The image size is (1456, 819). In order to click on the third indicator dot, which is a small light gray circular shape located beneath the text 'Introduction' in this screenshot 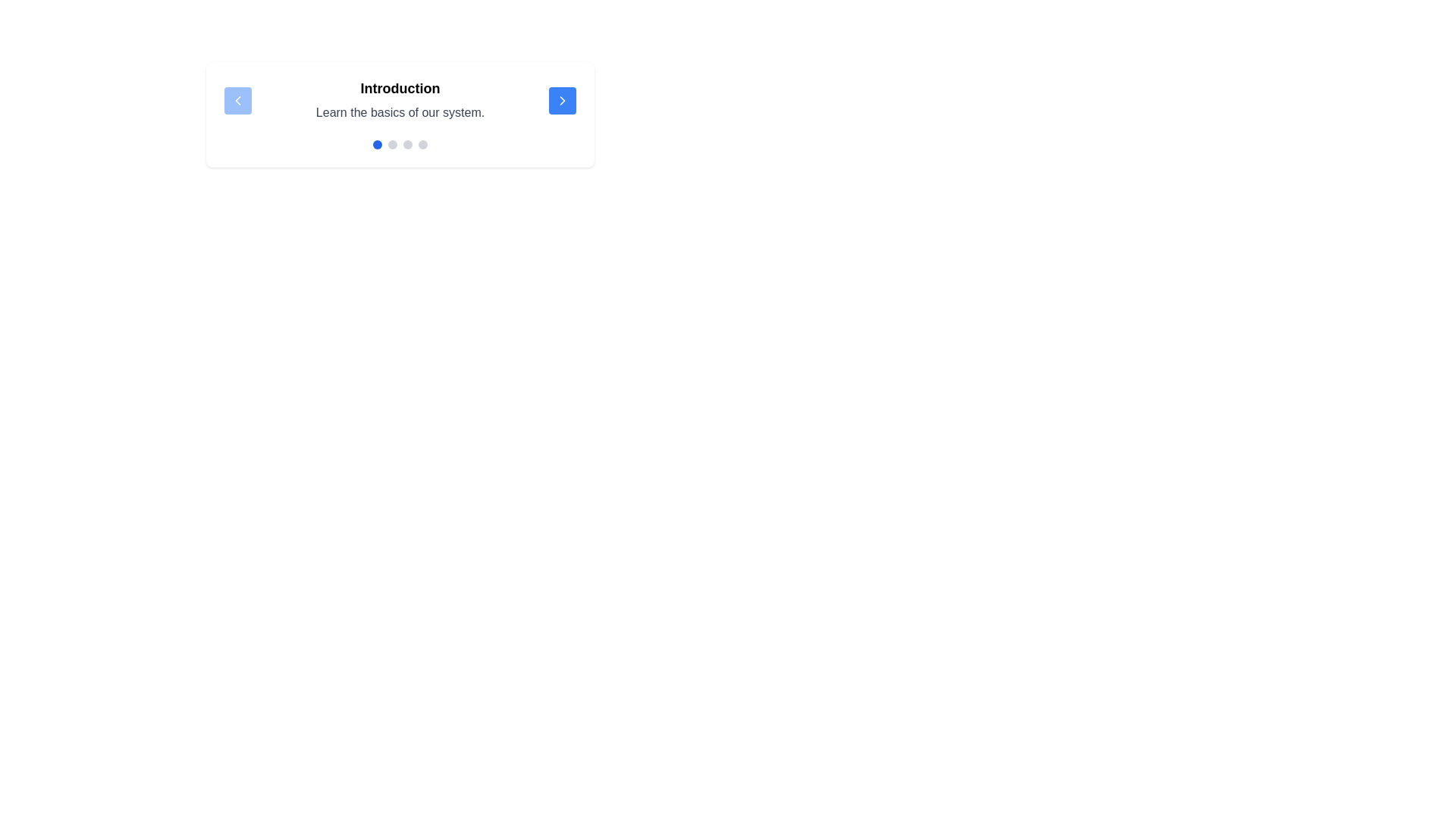, I will do `click(407, 144)`.